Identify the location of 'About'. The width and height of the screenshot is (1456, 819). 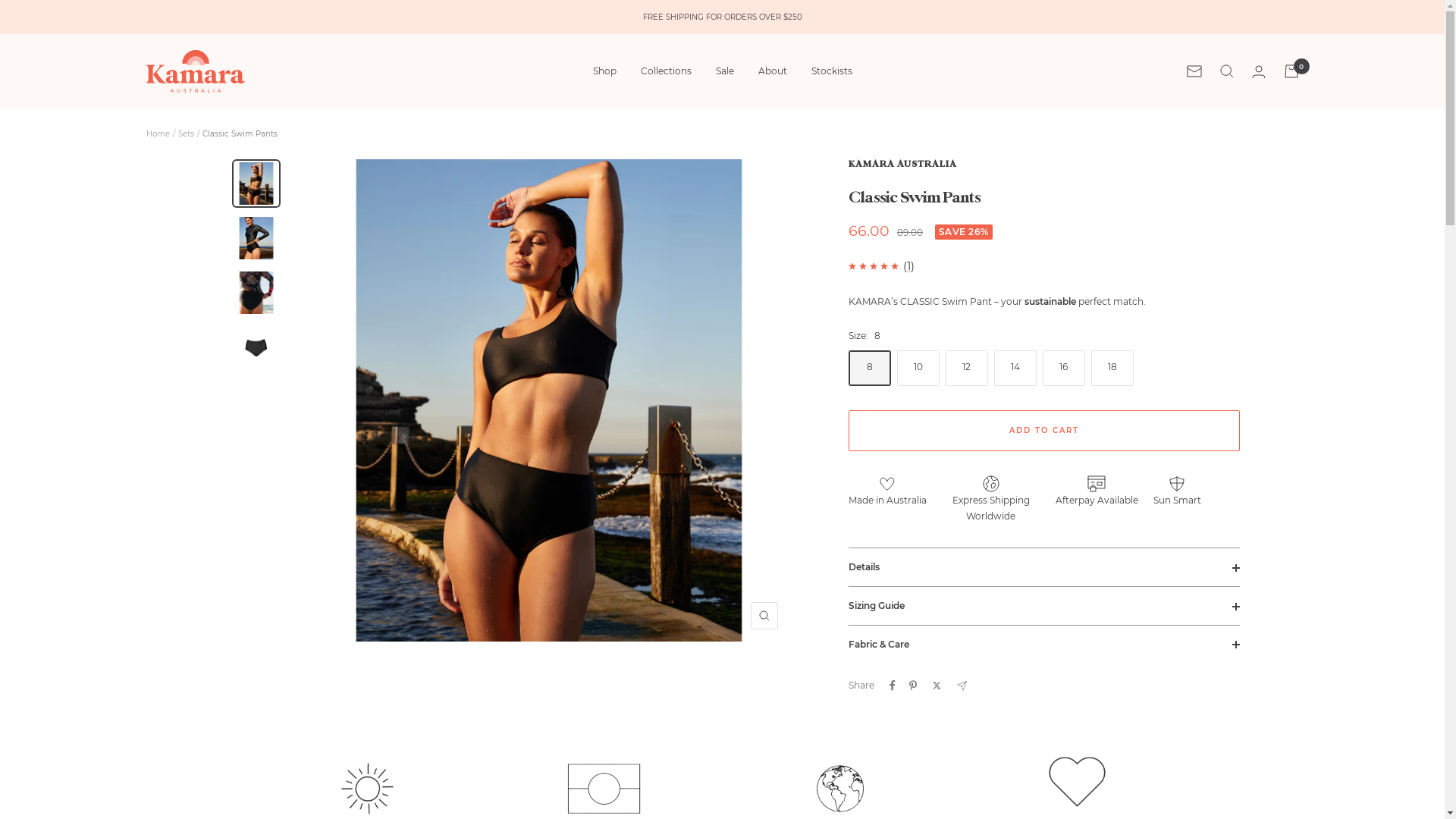
(772, 71).